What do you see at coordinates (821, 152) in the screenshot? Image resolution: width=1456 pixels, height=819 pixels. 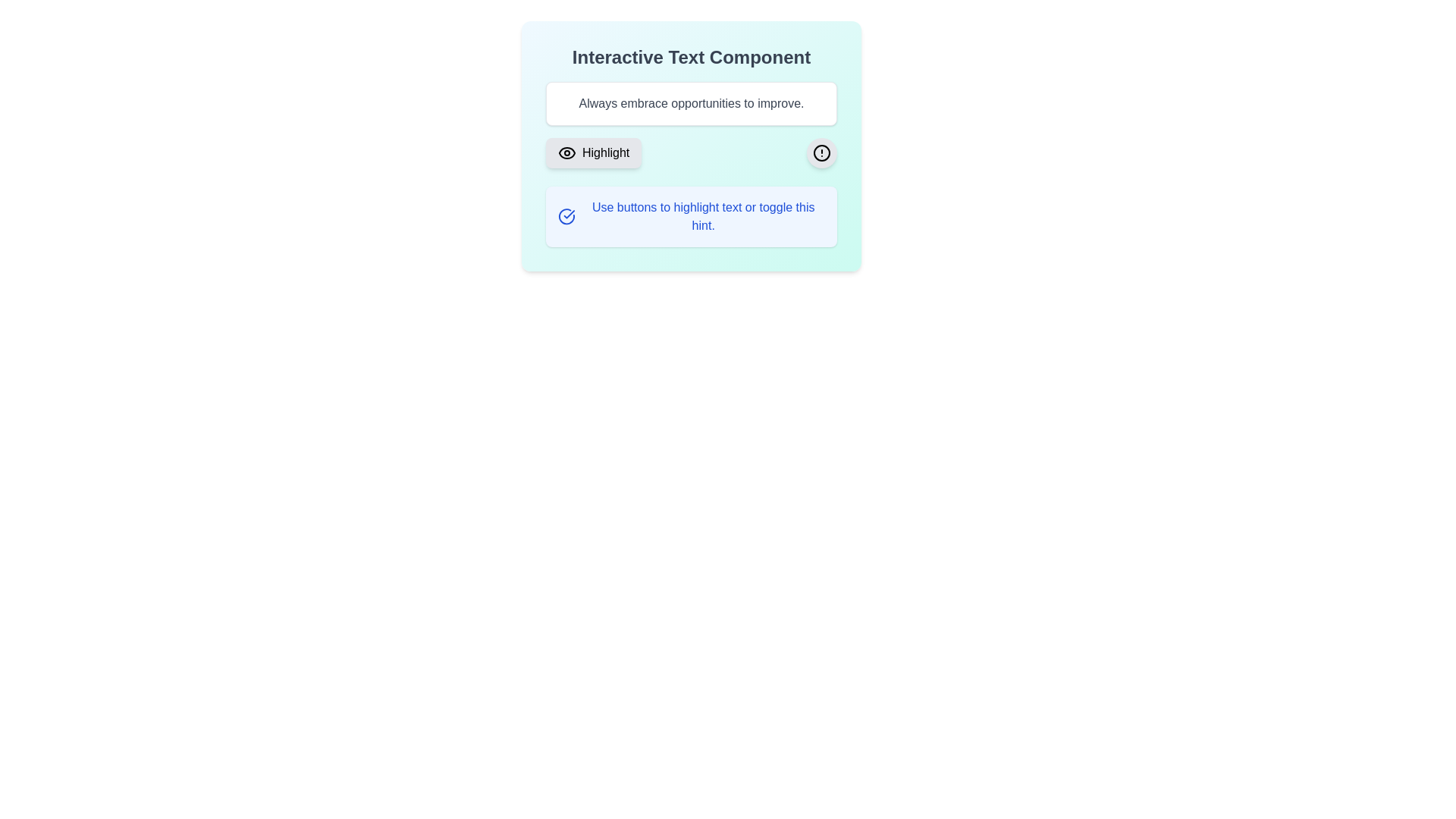 I see `the alert-type icon located on the right side of the 'Highlight' button in the light blue panel` at bounding box center [821, 152].